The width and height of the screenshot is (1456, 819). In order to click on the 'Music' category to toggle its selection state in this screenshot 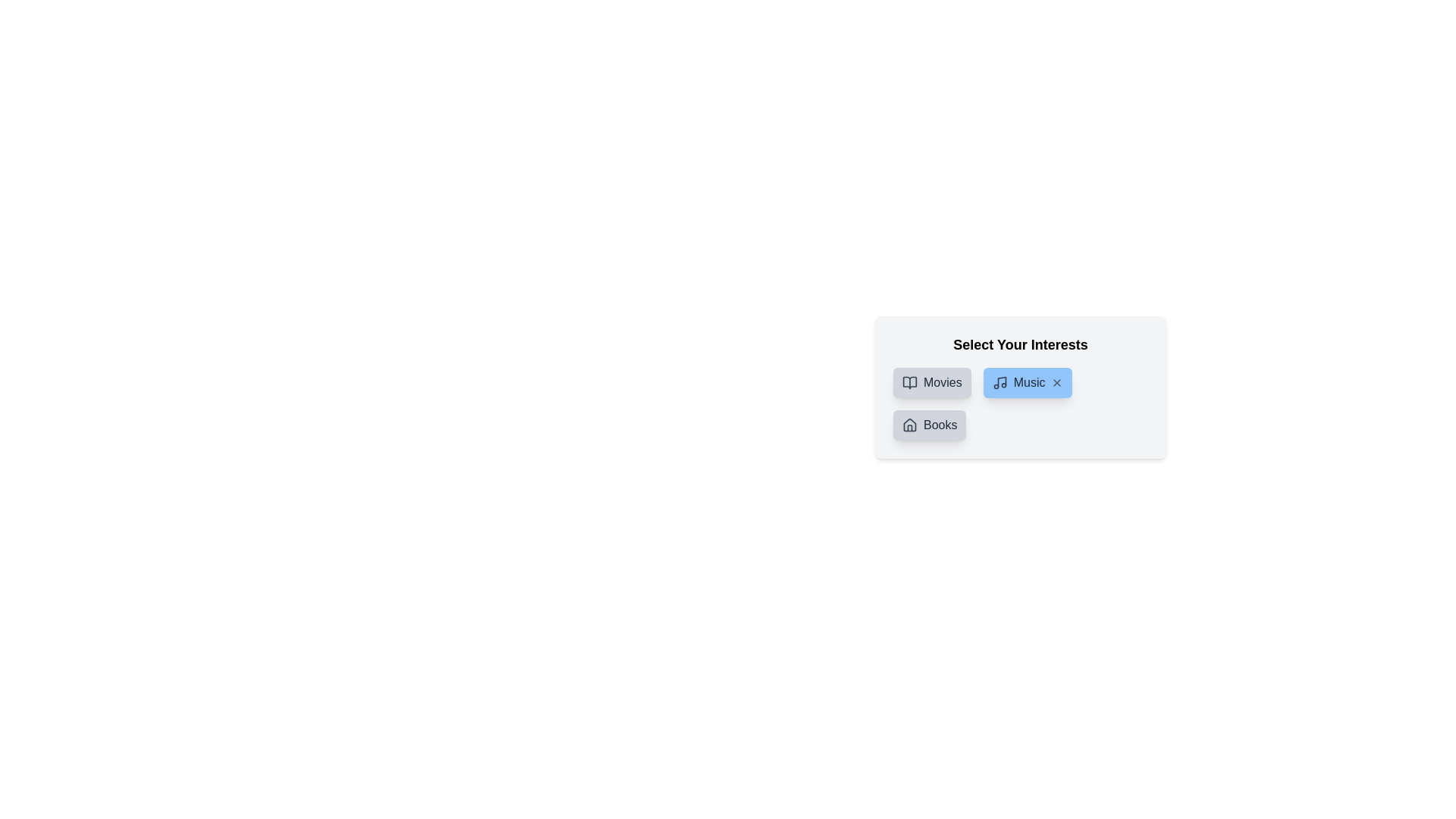, I will do `click(1027, 382)`.